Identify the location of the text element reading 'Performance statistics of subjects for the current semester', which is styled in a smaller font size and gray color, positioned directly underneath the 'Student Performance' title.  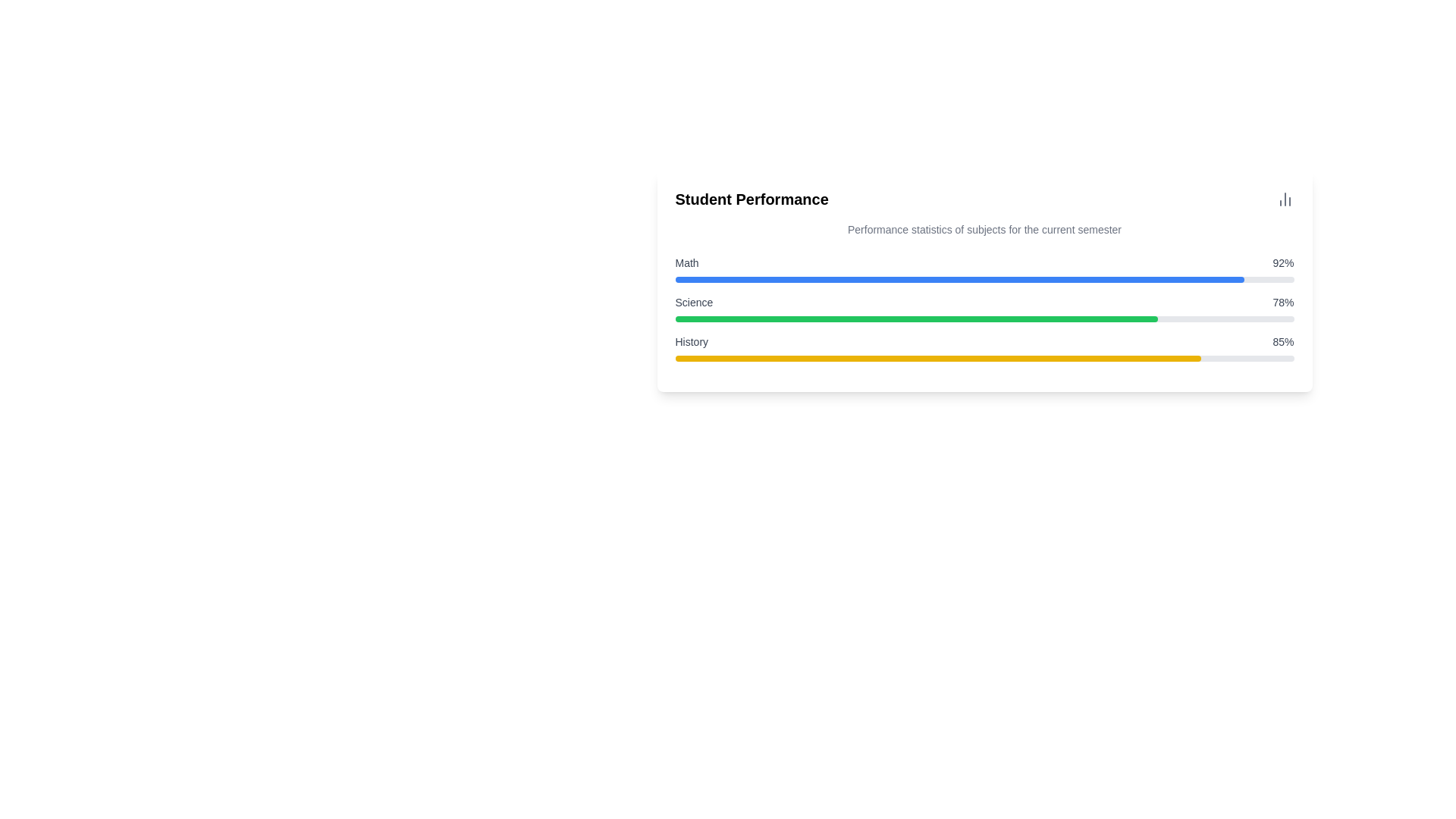
(984, 230).